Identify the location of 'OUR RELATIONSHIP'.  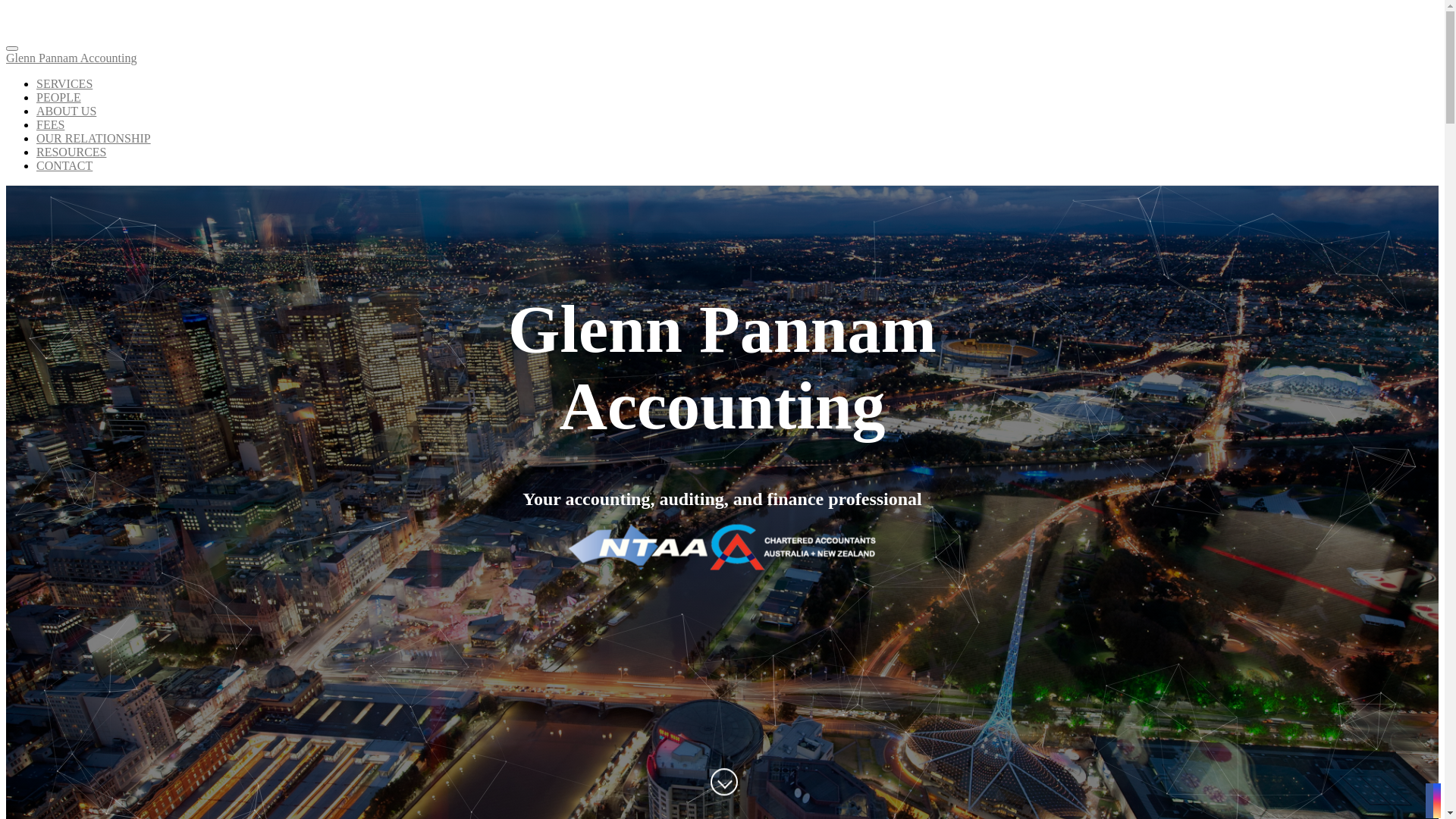
(36, 138).